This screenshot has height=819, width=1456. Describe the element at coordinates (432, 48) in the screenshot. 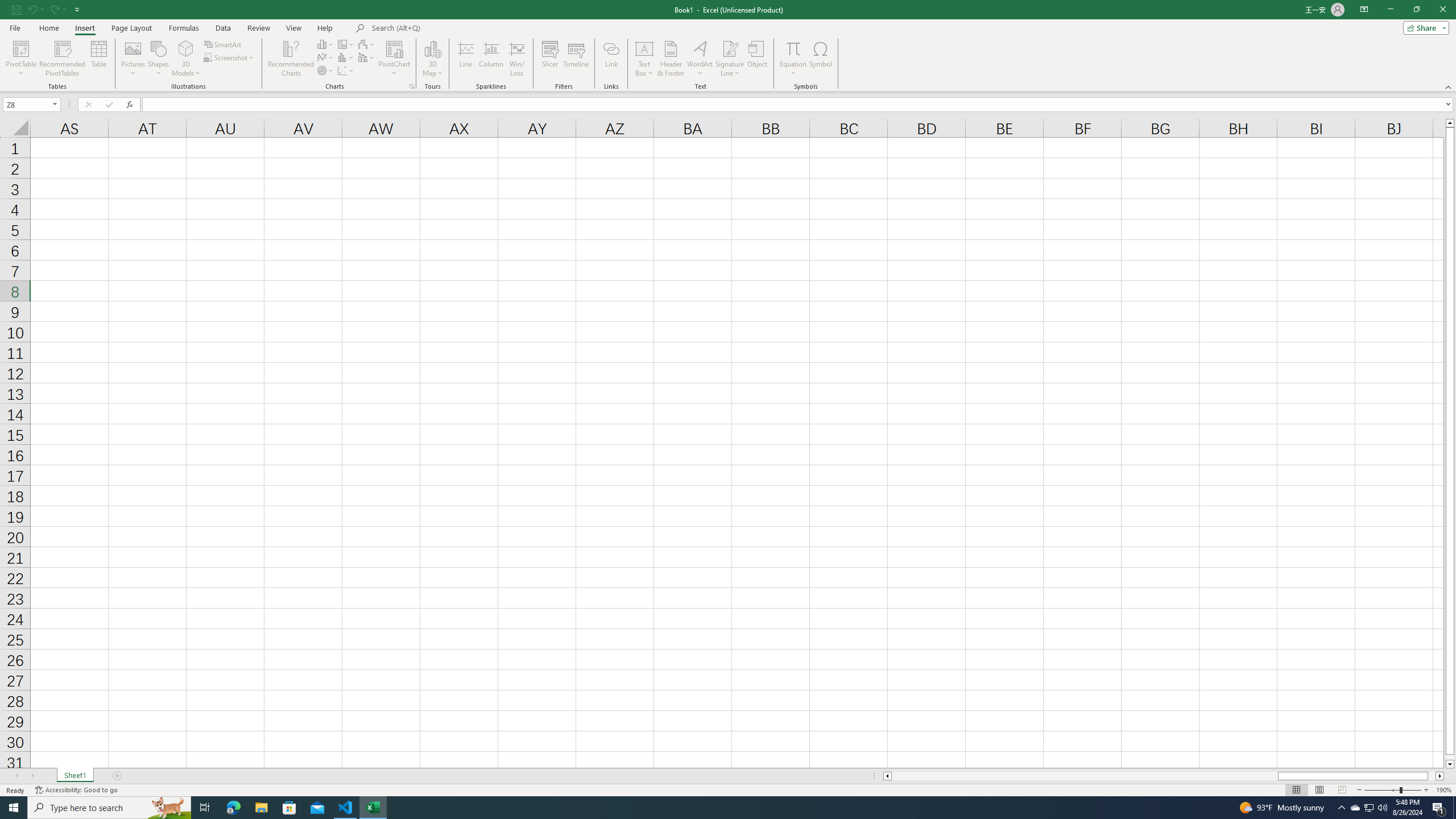

I see `'3D Map'` at that location.